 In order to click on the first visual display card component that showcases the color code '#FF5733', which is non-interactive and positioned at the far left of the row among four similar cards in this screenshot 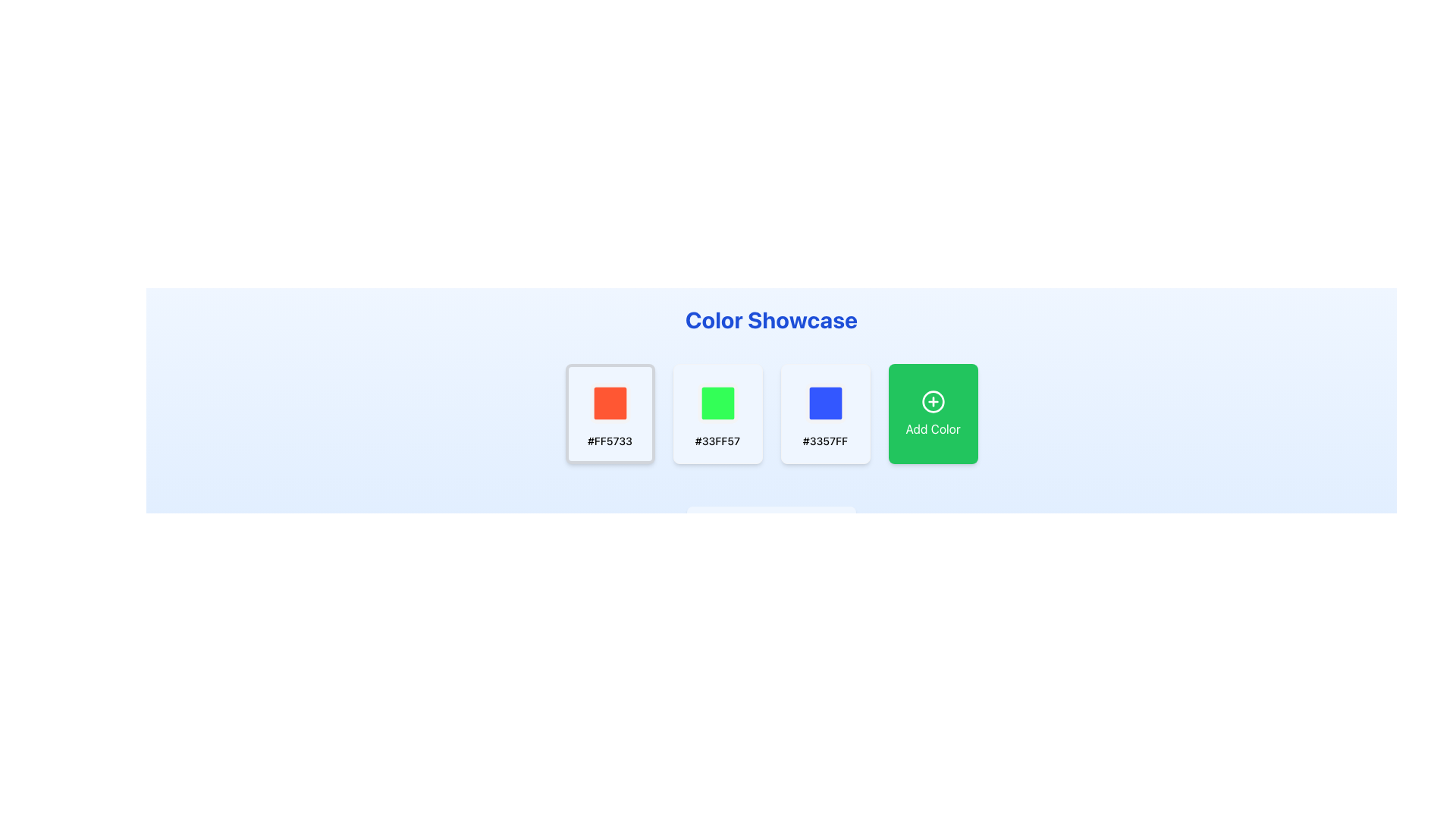, I will do `click(610, 414)`.